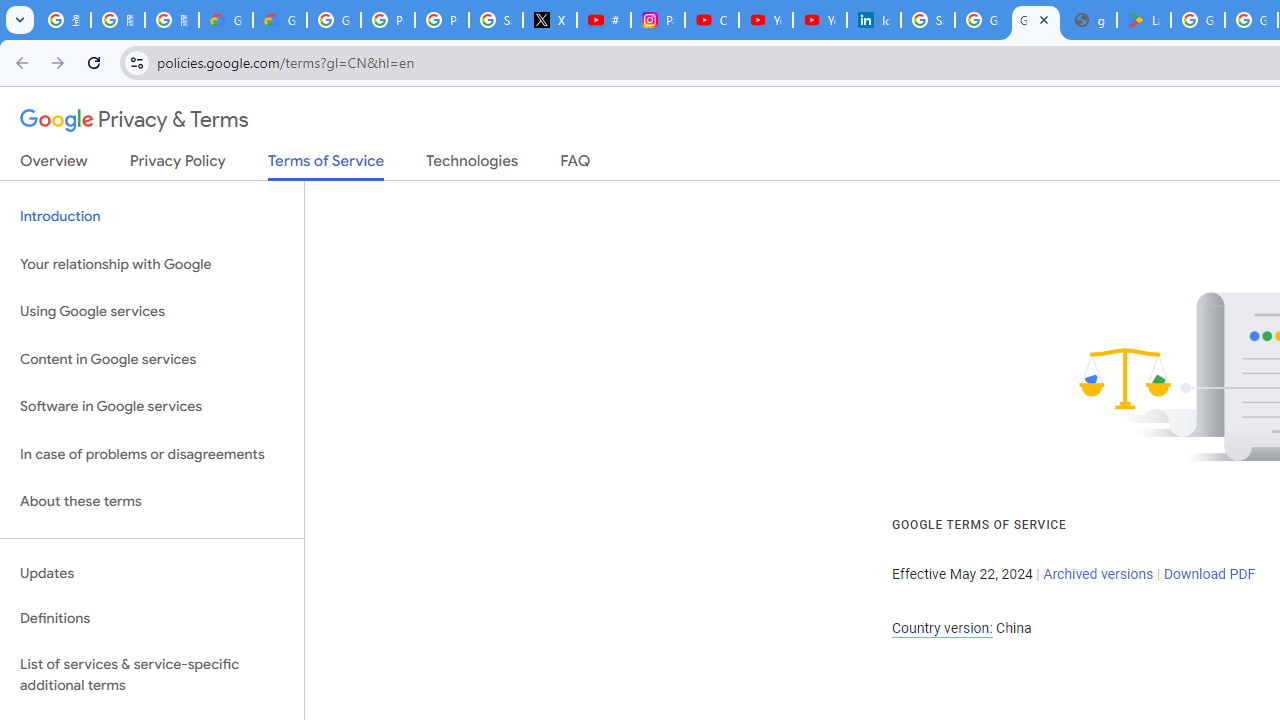 The width and height of the screenshot is (1280, 720). Describe the element at coordinates (151, 618) in the screenshot. I see `'Definitions'` at that location.